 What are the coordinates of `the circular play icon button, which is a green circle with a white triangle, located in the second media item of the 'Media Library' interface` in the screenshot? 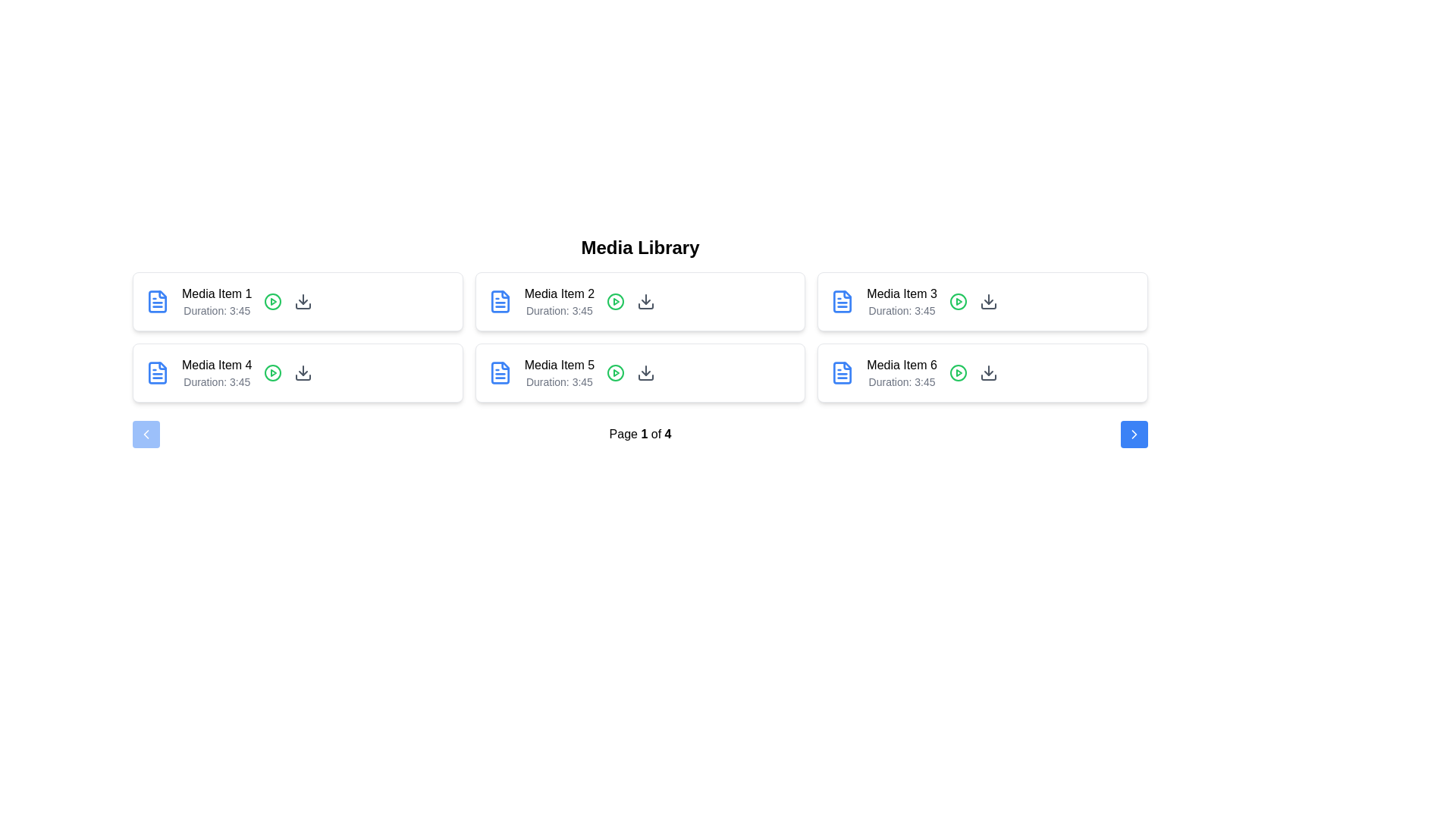 It's located at (616, 301).